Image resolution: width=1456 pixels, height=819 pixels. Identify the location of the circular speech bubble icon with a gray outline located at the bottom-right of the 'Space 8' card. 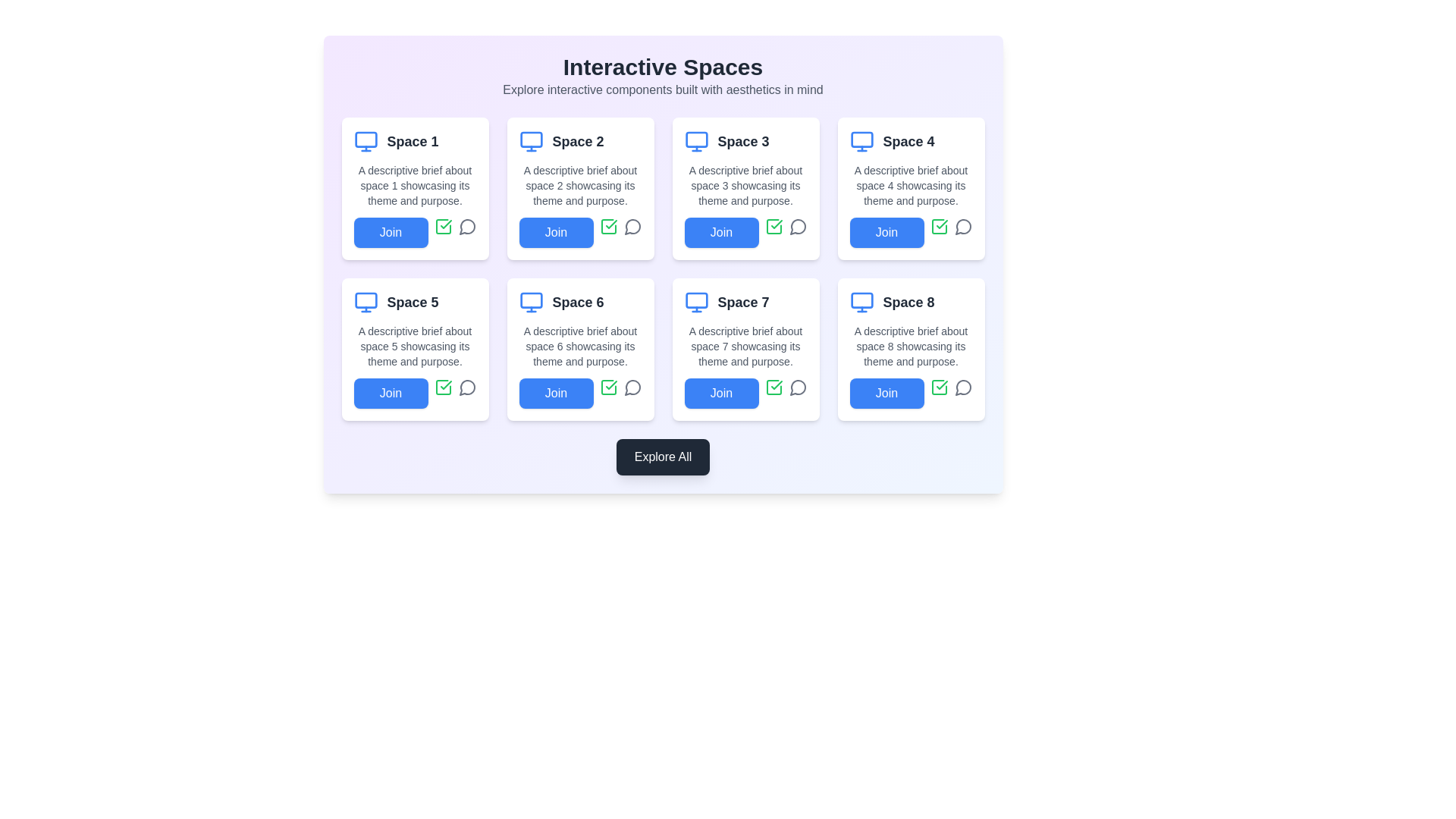
(962, 386).